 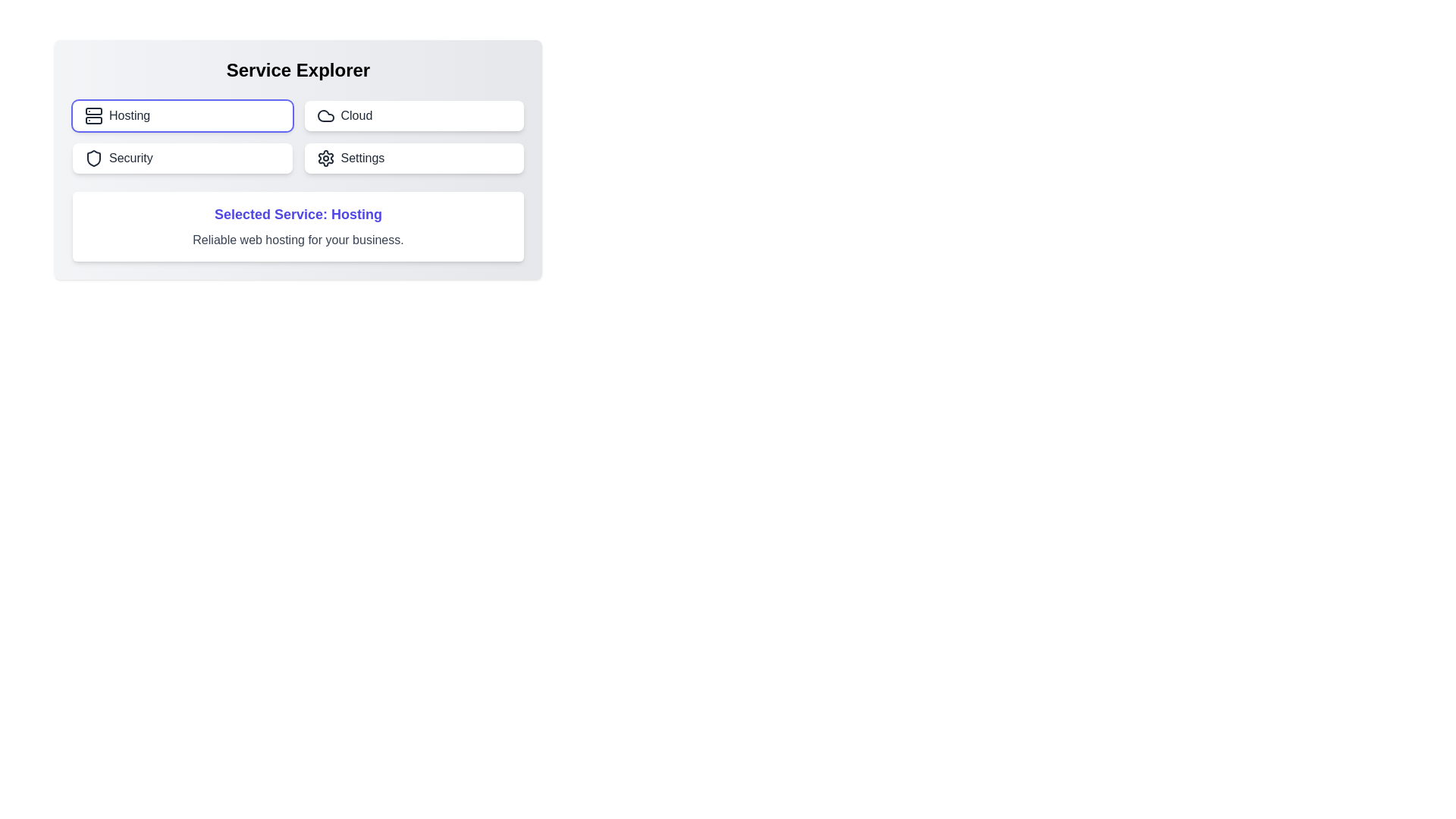 I want to click on the static text label that provides additional information about the selected service, located below the heading 'Selected Service: Hosting', so click(x=298, y=239).